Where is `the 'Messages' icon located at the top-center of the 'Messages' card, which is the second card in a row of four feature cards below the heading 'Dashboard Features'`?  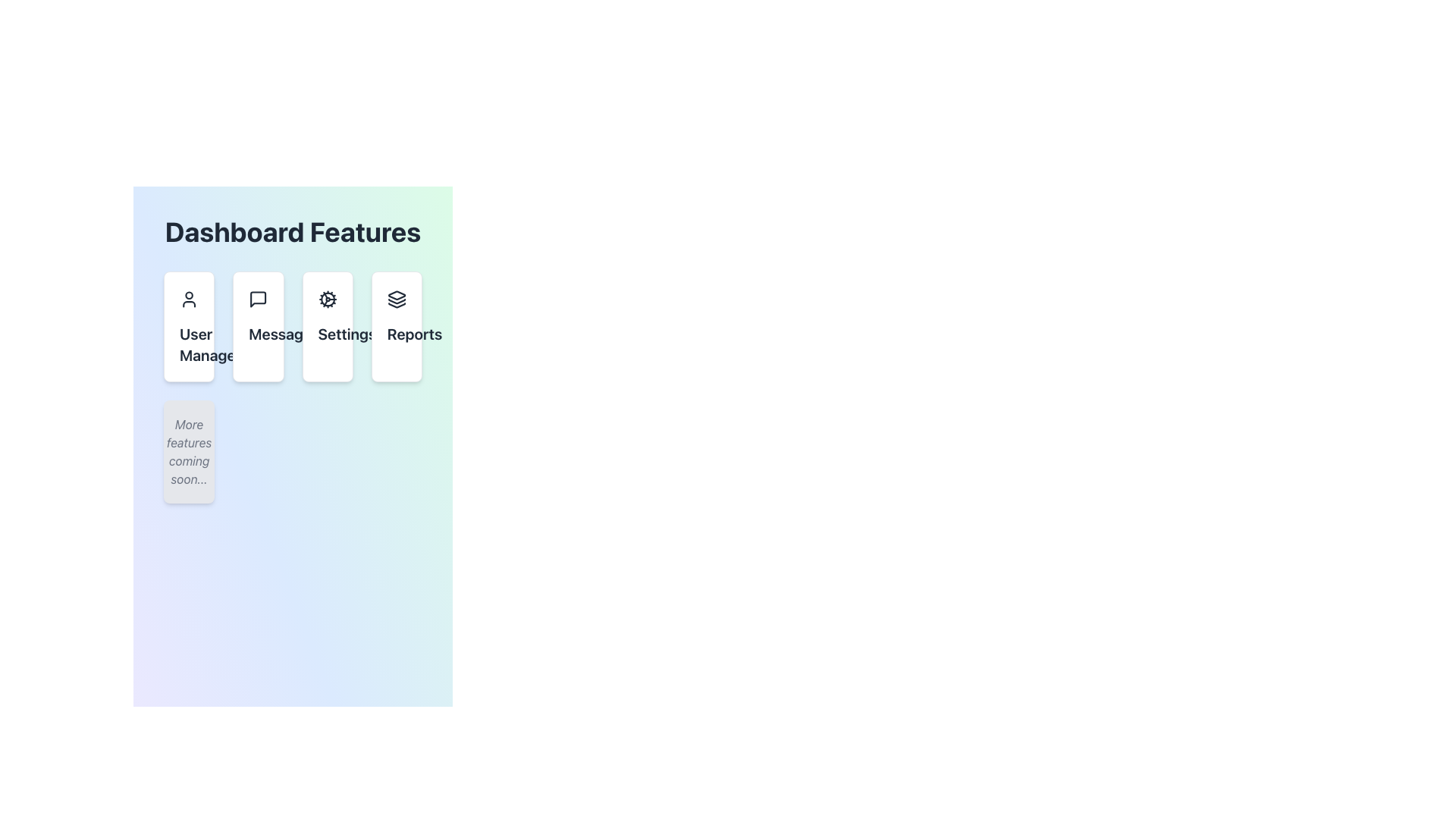
the 'Messages' icon located at the top-center of the 'Messages' card, which is the second card in a row of four feature cards below the heading 'Dashboard Features' is located at coordinates (258, 299).